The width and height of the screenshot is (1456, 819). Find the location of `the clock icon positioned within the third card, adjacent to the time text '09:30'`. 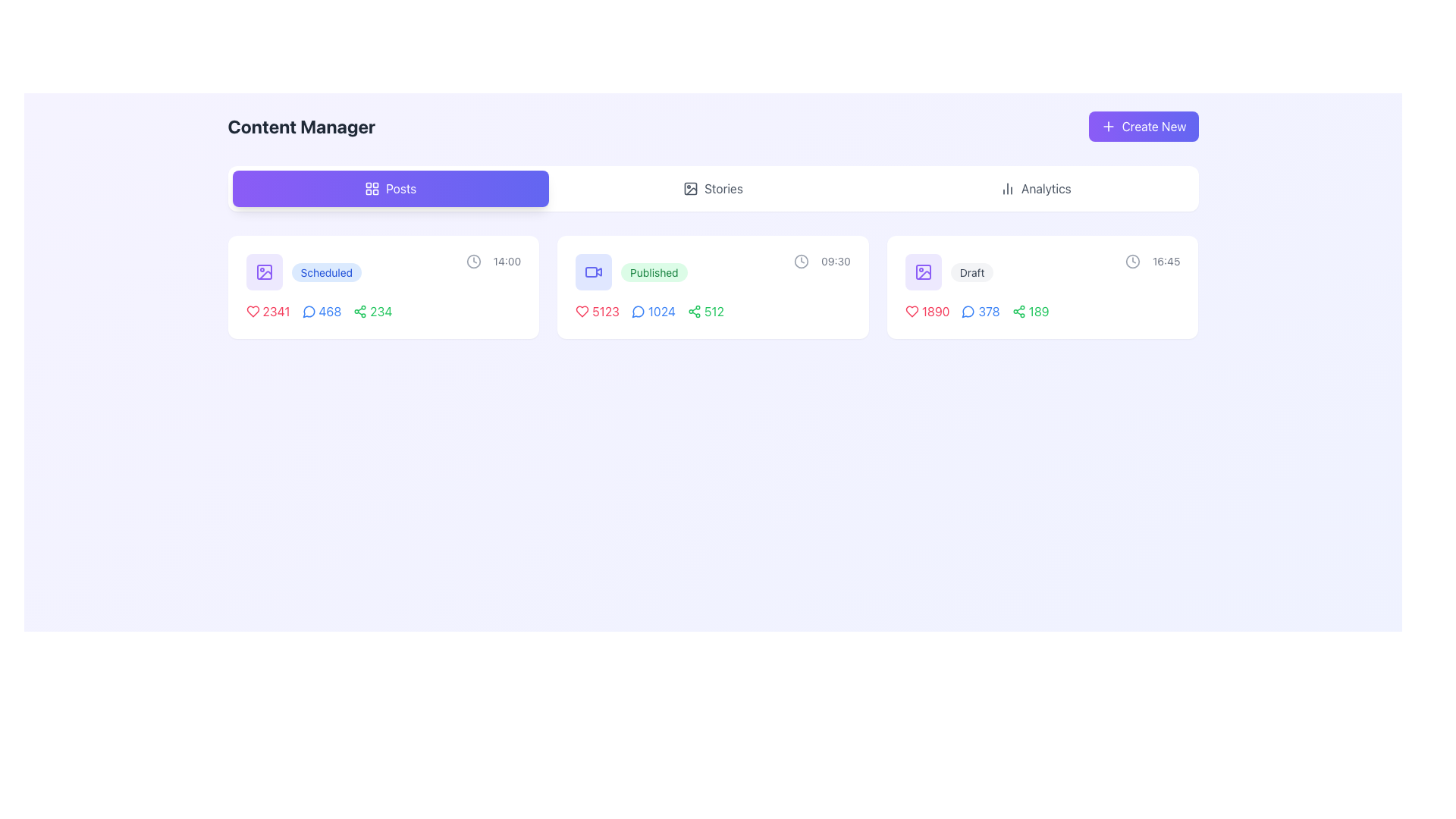

the clock icon positioned within the third card, adjacent to the time text '09:30' is located at coordinates (801, 260).